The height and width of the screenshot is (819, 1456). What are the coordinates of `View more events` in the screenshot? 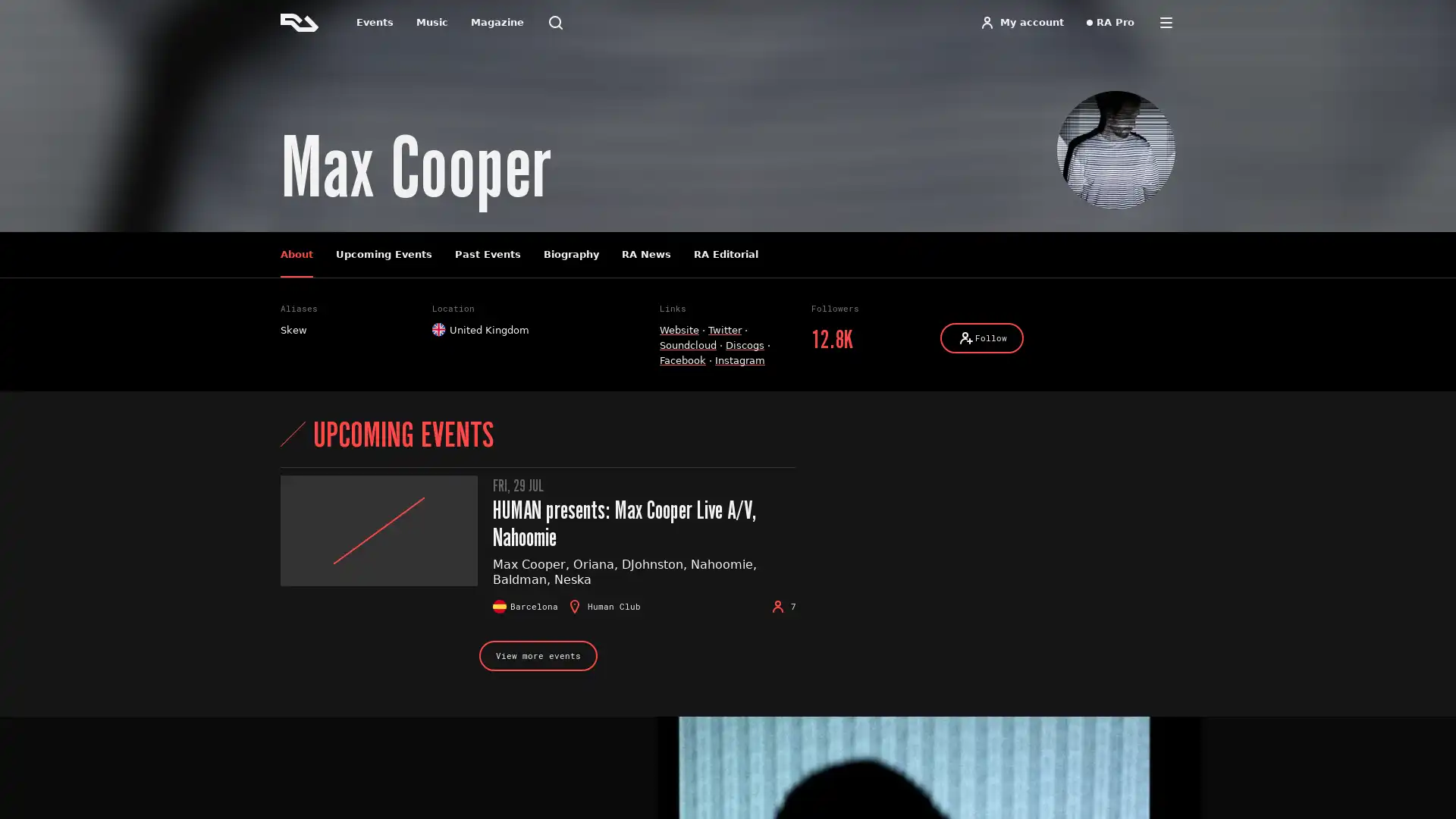 It's located at (538, 654).